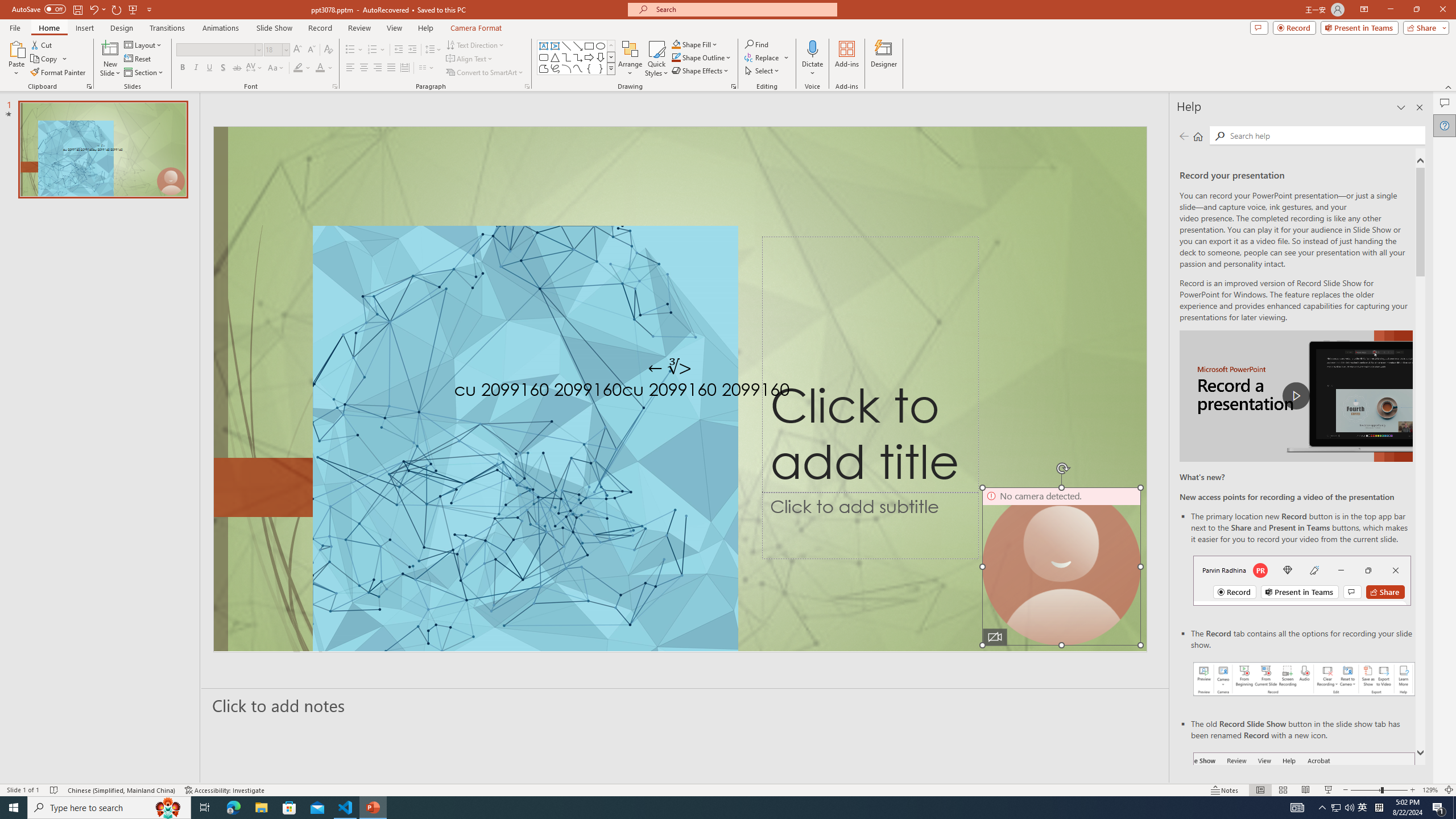  What do you see at coordinates (148, 9) in the screenshot?
I see `'Customize Quick Access Toolbar'` at bounding box center [148, 9].